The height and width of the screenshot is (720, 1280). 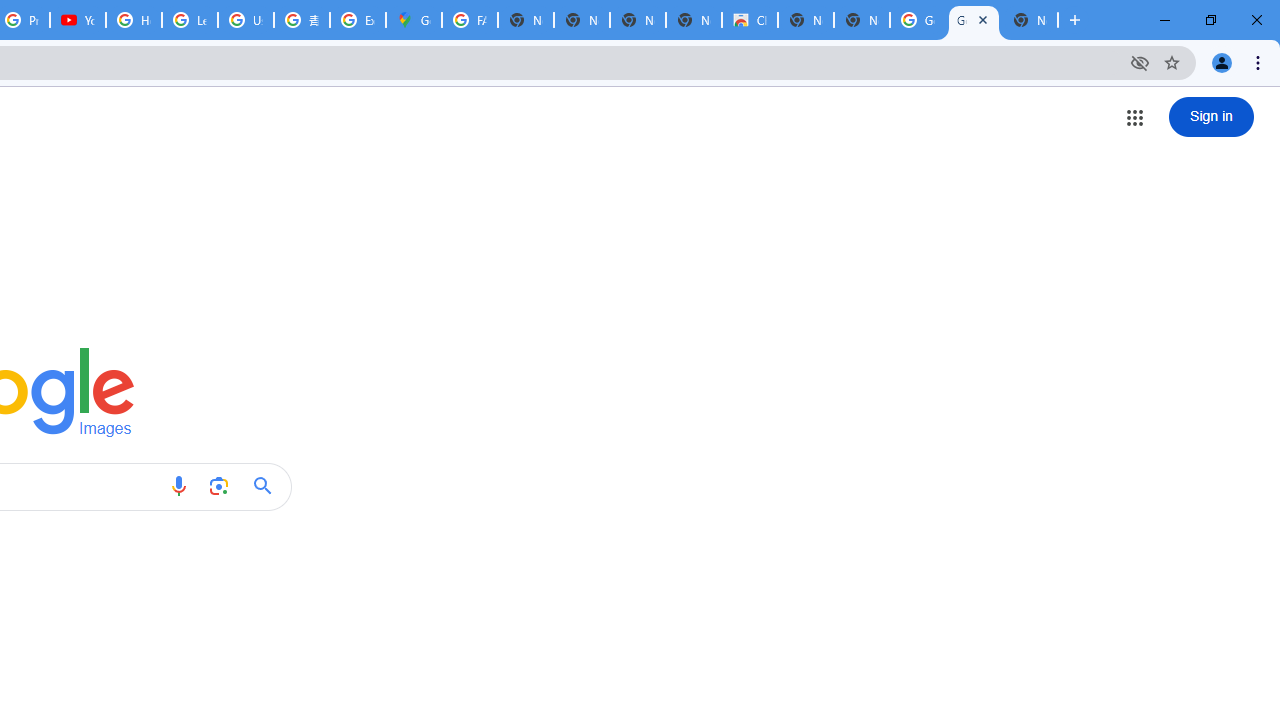 I want to click on 'Chrome Web Store', so click(x=749, y=20).